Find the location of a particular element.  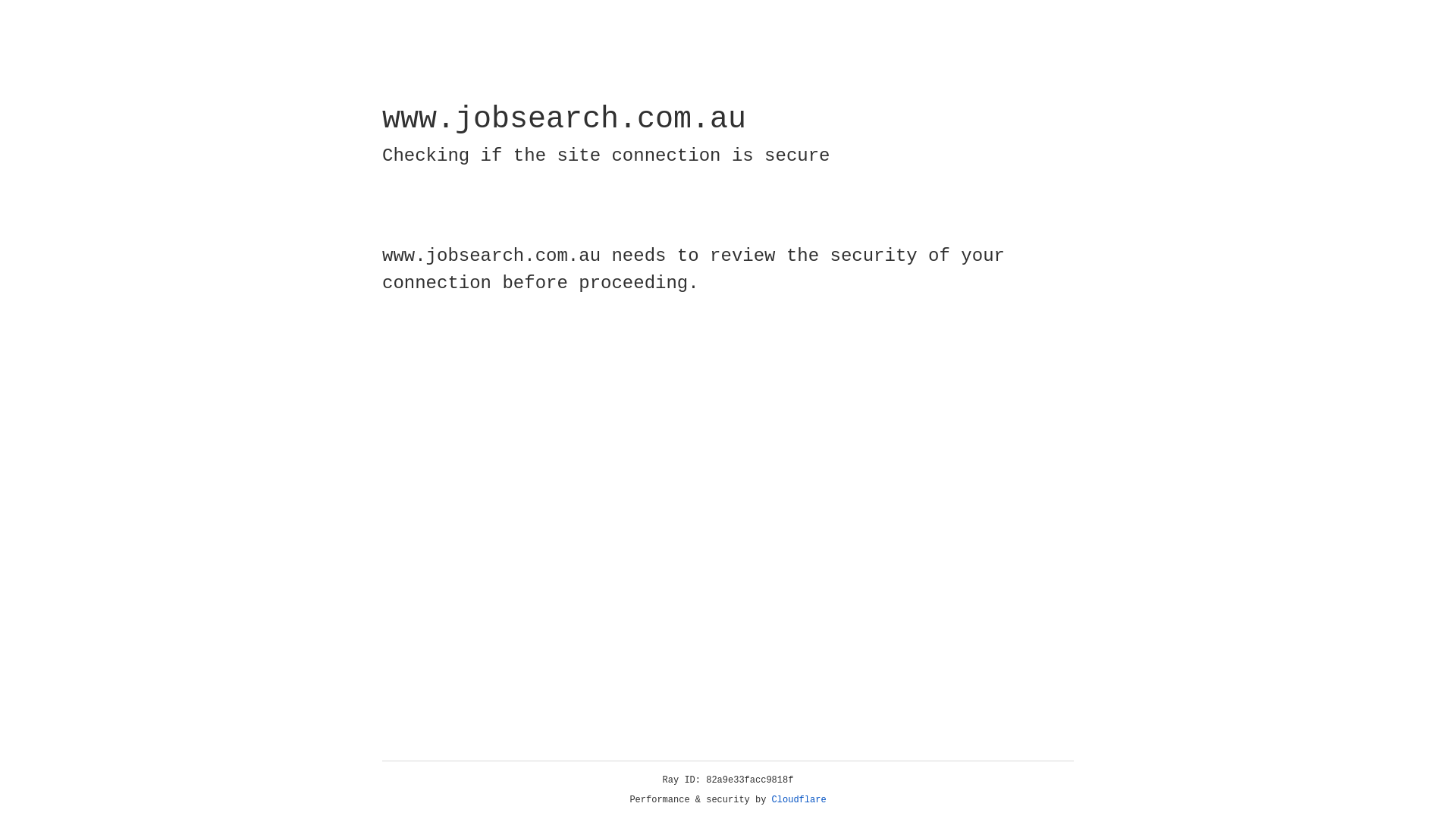

'Cloudflare' is located at coordinates (799, 799).